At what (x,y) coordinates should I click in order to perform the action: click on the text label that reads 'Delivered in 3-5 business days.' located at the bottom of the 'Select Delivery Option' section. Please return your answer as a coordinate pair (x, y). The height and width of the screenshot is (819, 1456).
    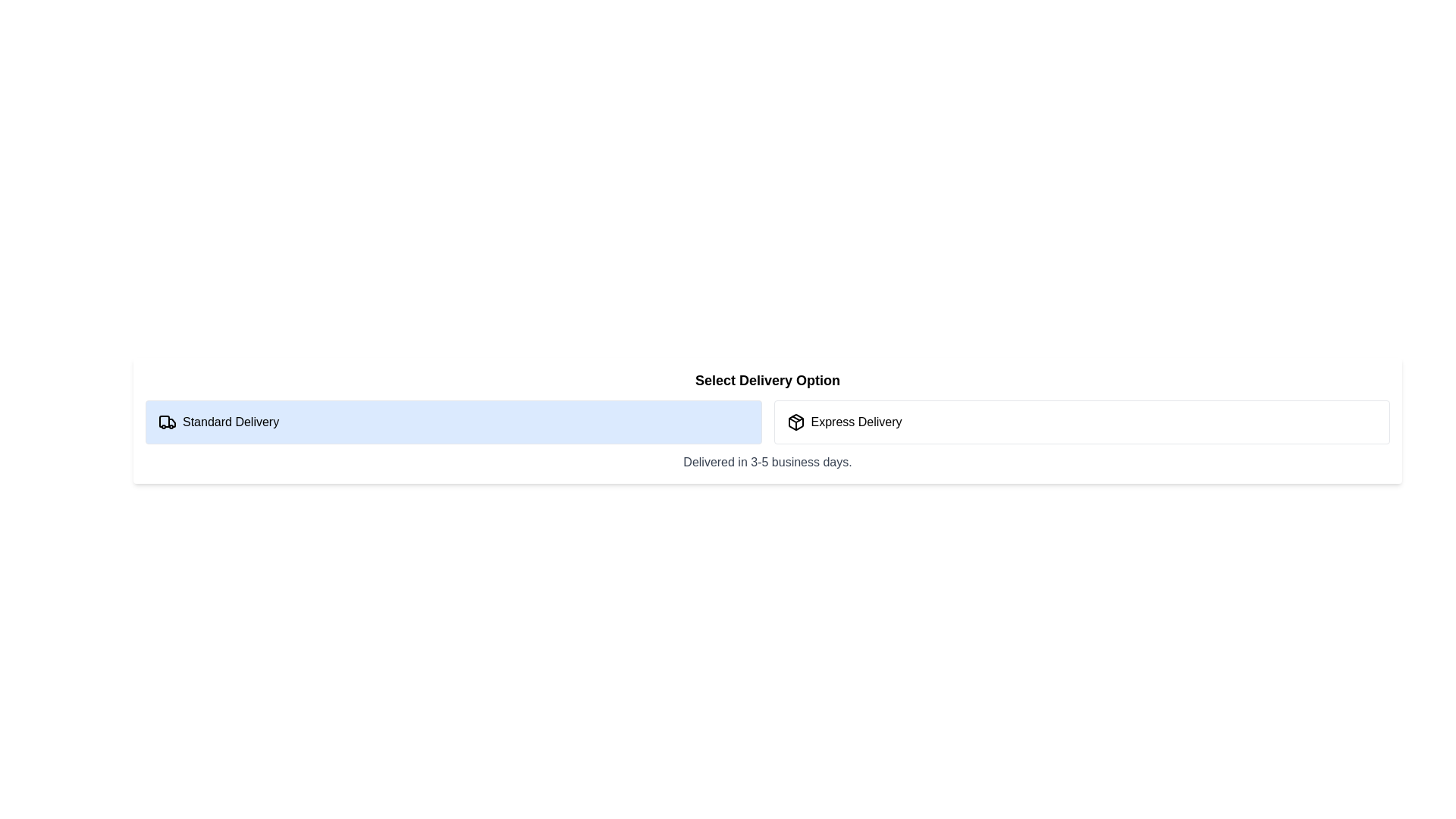
    Looking at the image, I should click on (767, 461).